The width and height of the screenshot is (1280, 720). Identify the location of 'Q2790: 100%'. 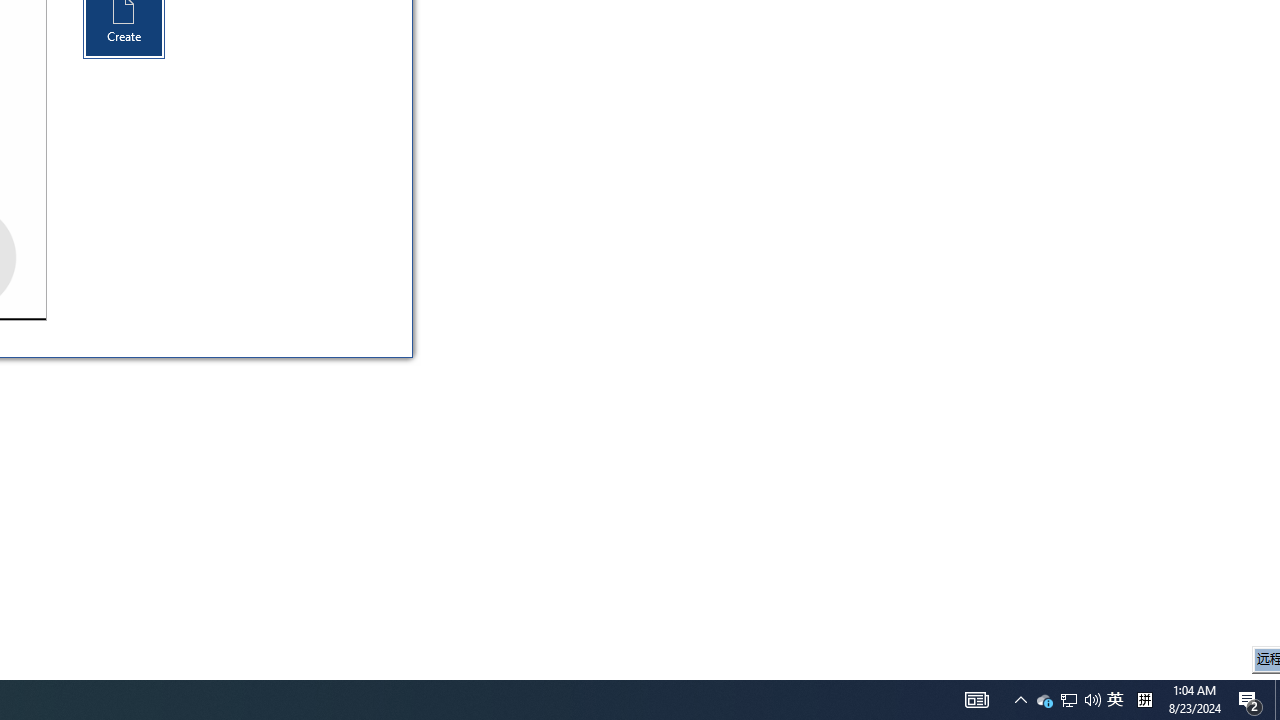
(1067, 698).